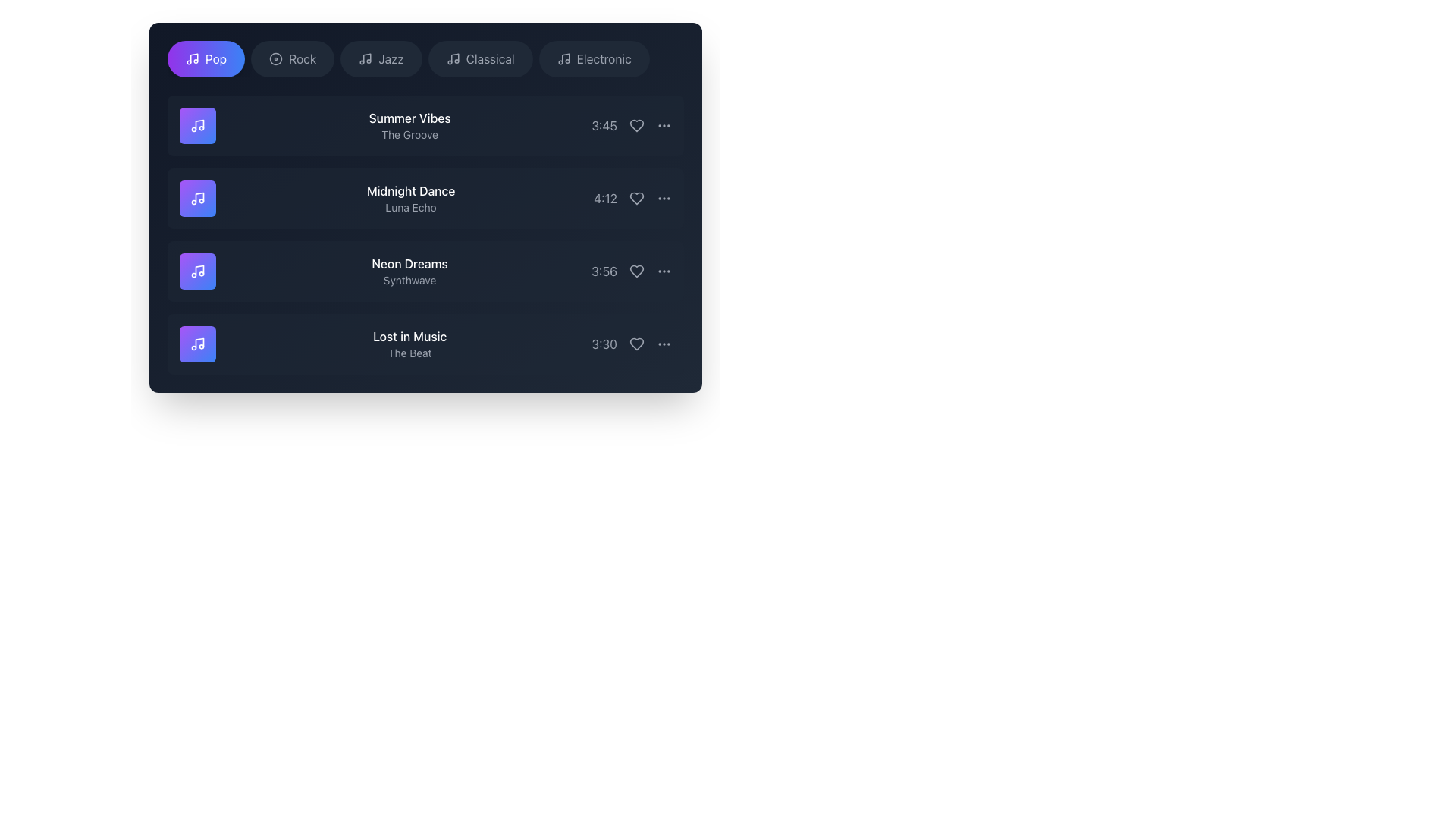  I want to click on the heart-shaped favorite button located to the right of the 'Lost in Music' list item, so click(637, 344).